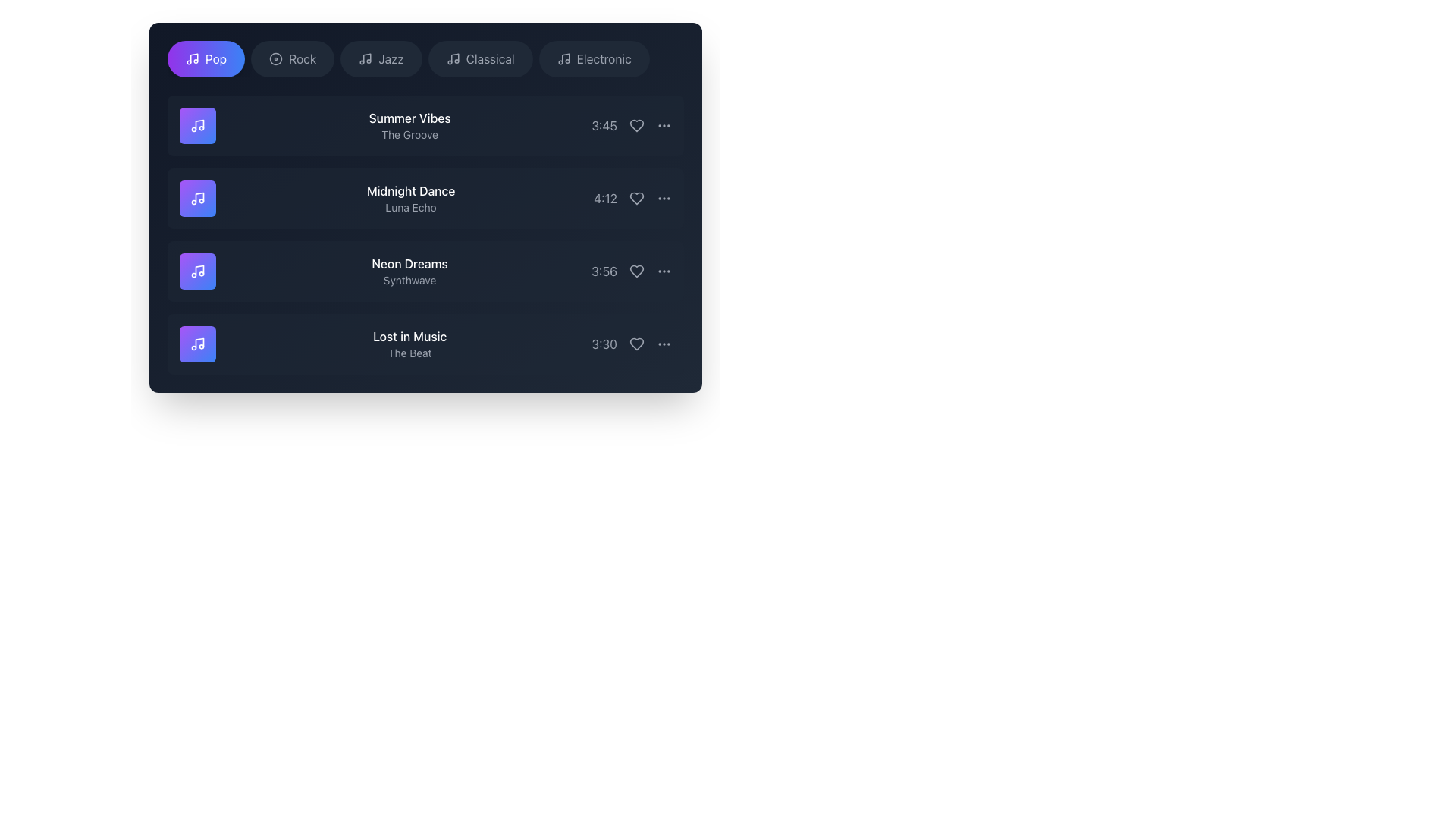  I want to click on the heart-shaped favorite button located to the right of the 'Lost in Music' list item, so click(637, 344).